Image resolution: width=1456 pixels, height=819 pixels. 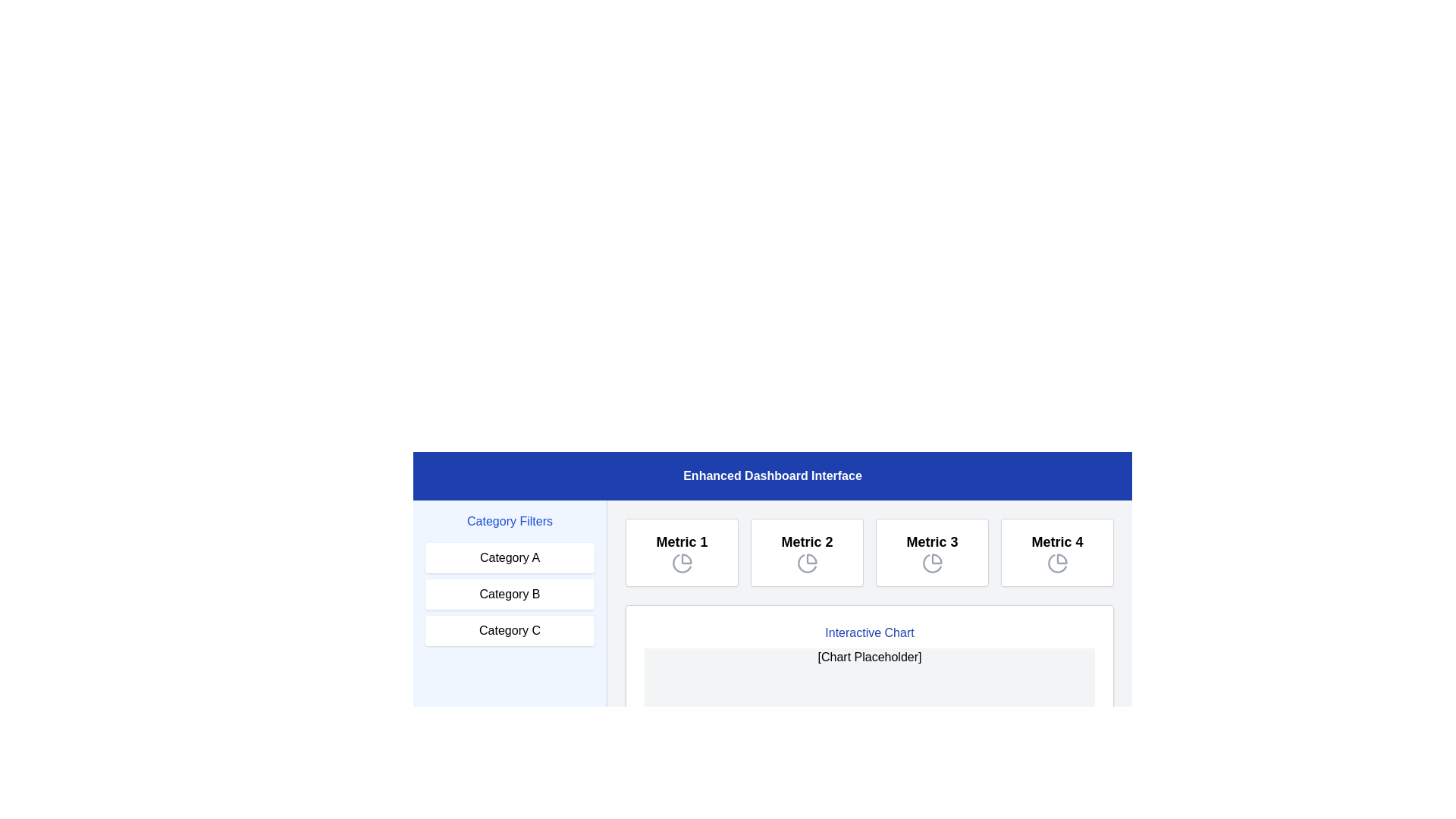 I want to click on the first Informational Card in the grid layout located under the blue header labeled 'Enhanced Dashboard Interface', so click(x=681, y=553).